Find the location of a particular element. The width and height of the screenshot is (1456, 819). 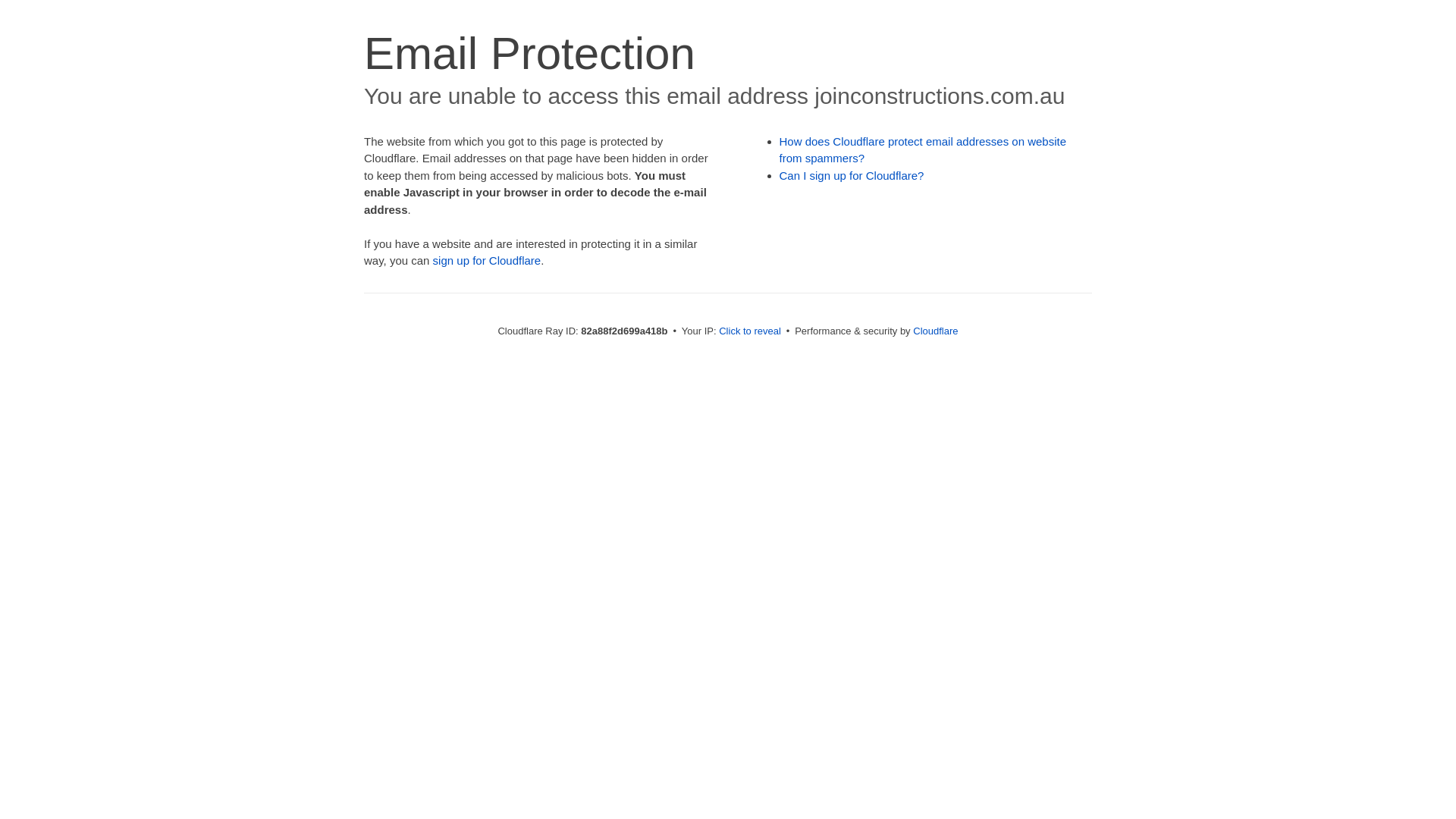

'Can I sign up for Cloudflare?' is located at coordinates (852, 174).